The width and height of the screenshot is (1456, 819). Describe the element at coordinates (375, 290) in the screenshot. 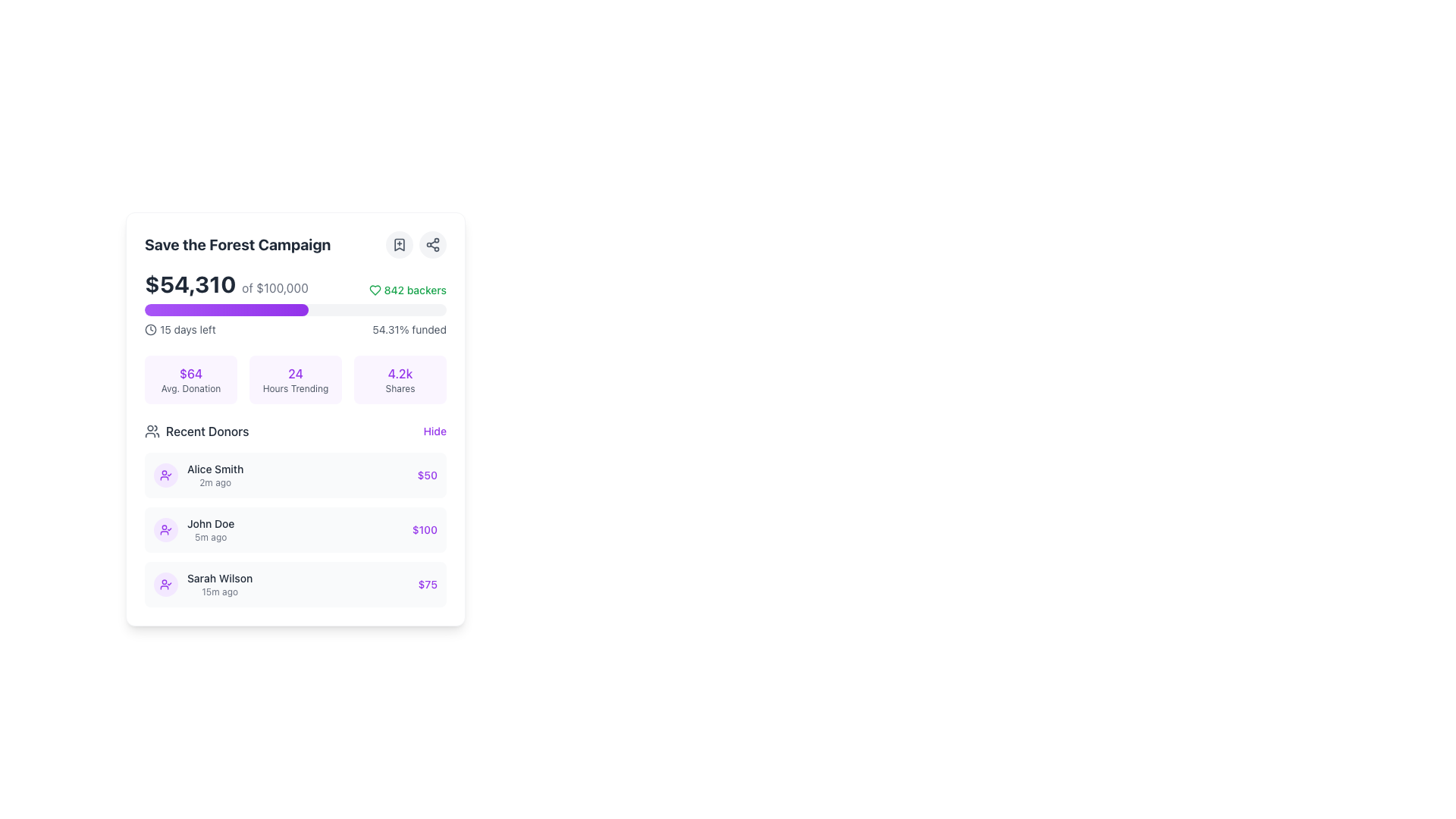

I see `the heart icon located near the top-right corner of the user interface to favorite the campaign, which is adjacent to the text '842 backers.'` at that location.